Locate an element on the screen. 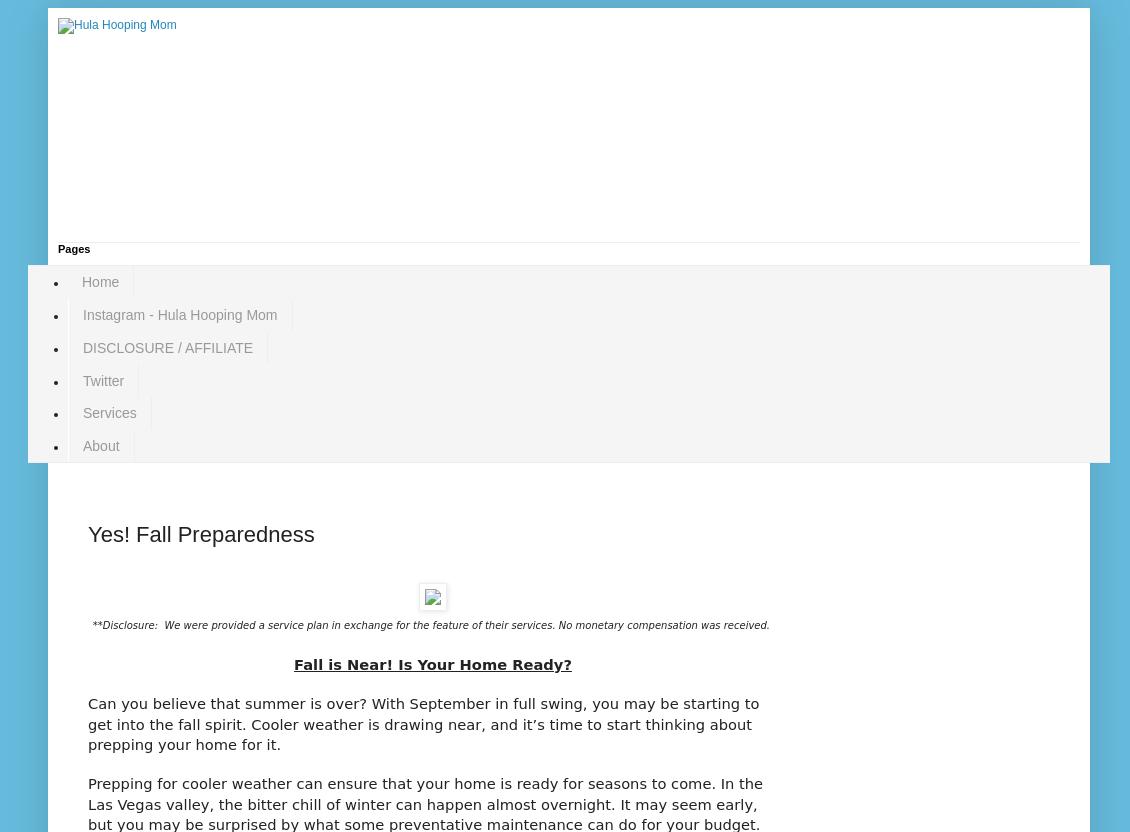  'Twitter' is located at coordinates (103, 378).